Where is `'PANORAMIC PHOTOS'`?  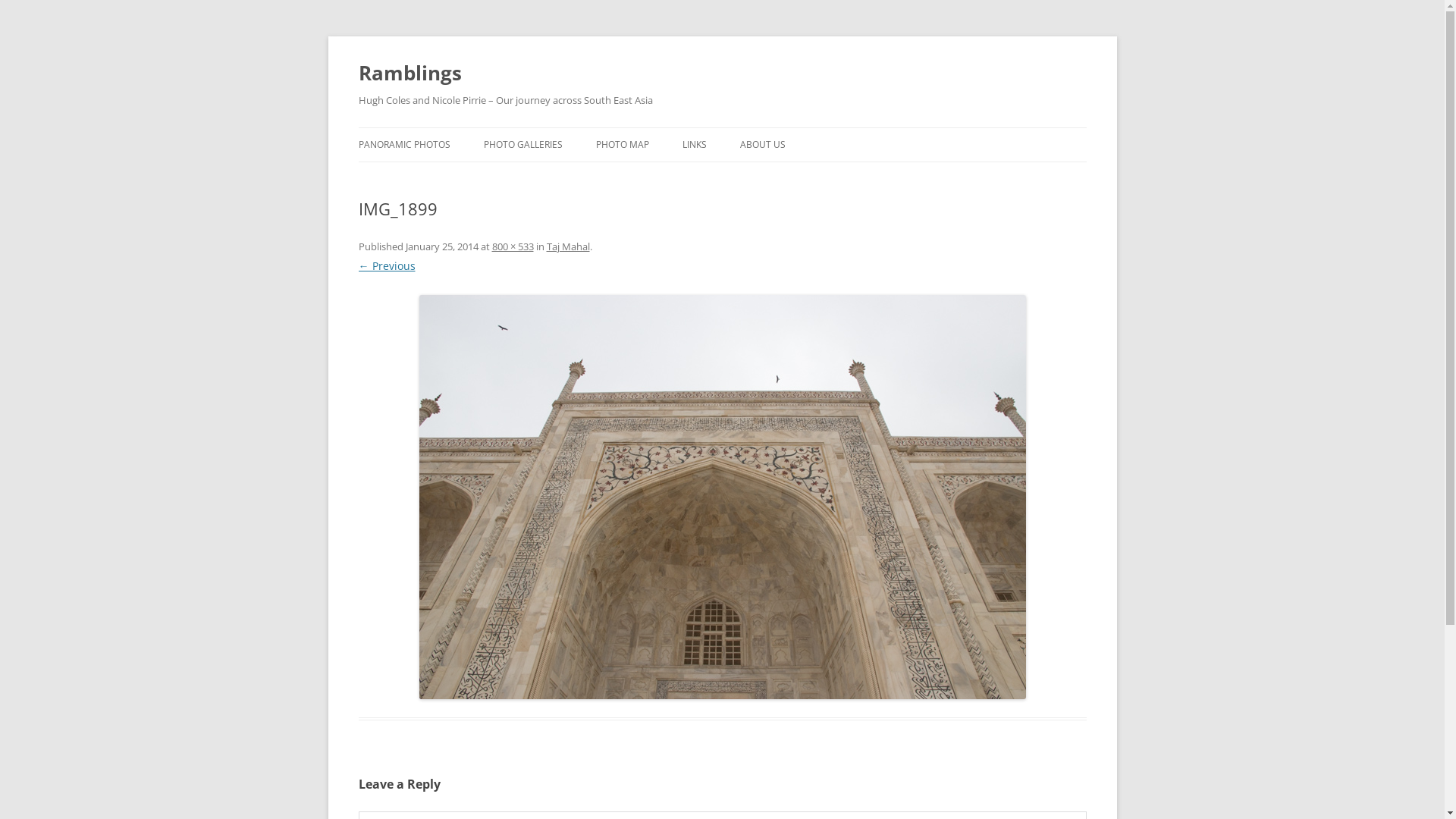
'PANORAMIC PHOTOS' is located at coordinates (356, 145).